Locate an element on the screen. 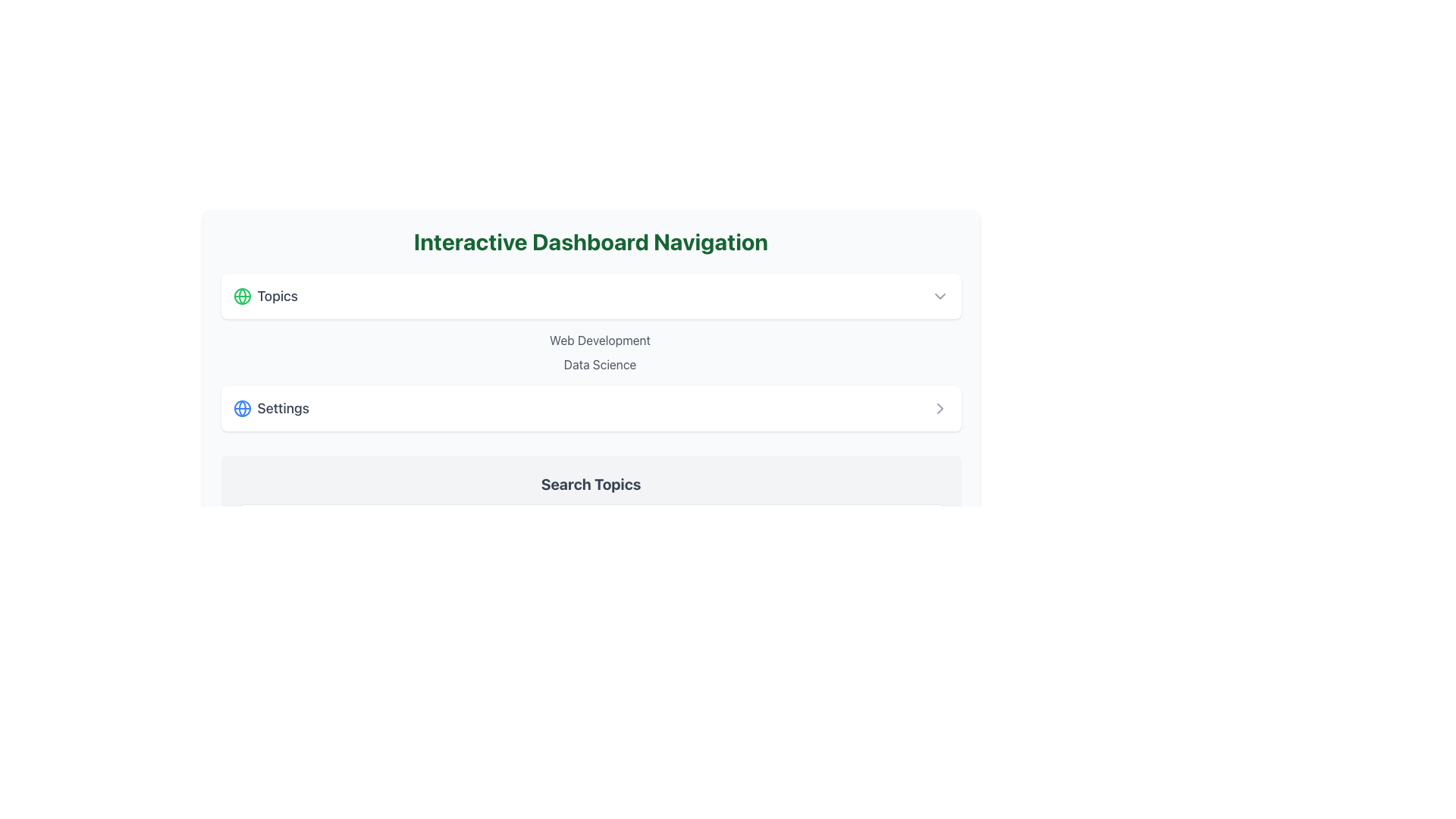 The image size is (1456, 819). the 'Web Development' hyperlink is located at coordinates (599, 339).